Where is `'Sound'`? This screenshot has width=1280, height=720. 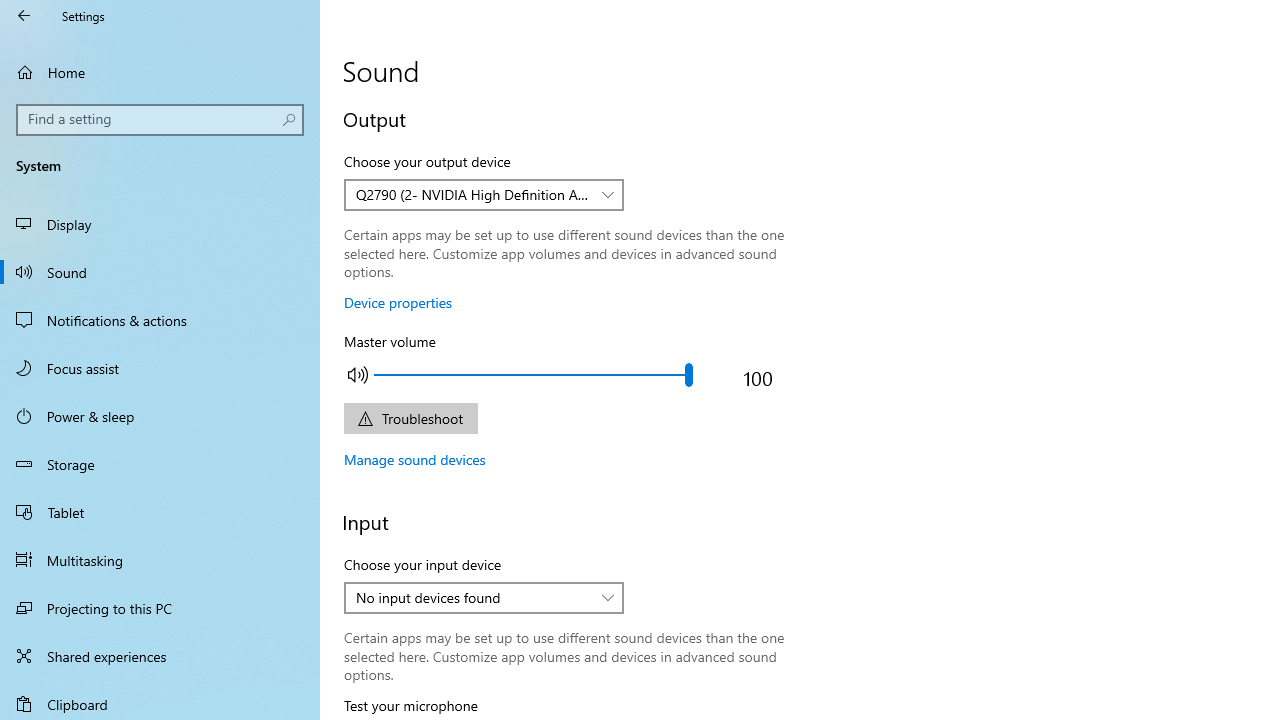
'Sound' is located at coordinates (160, 271).